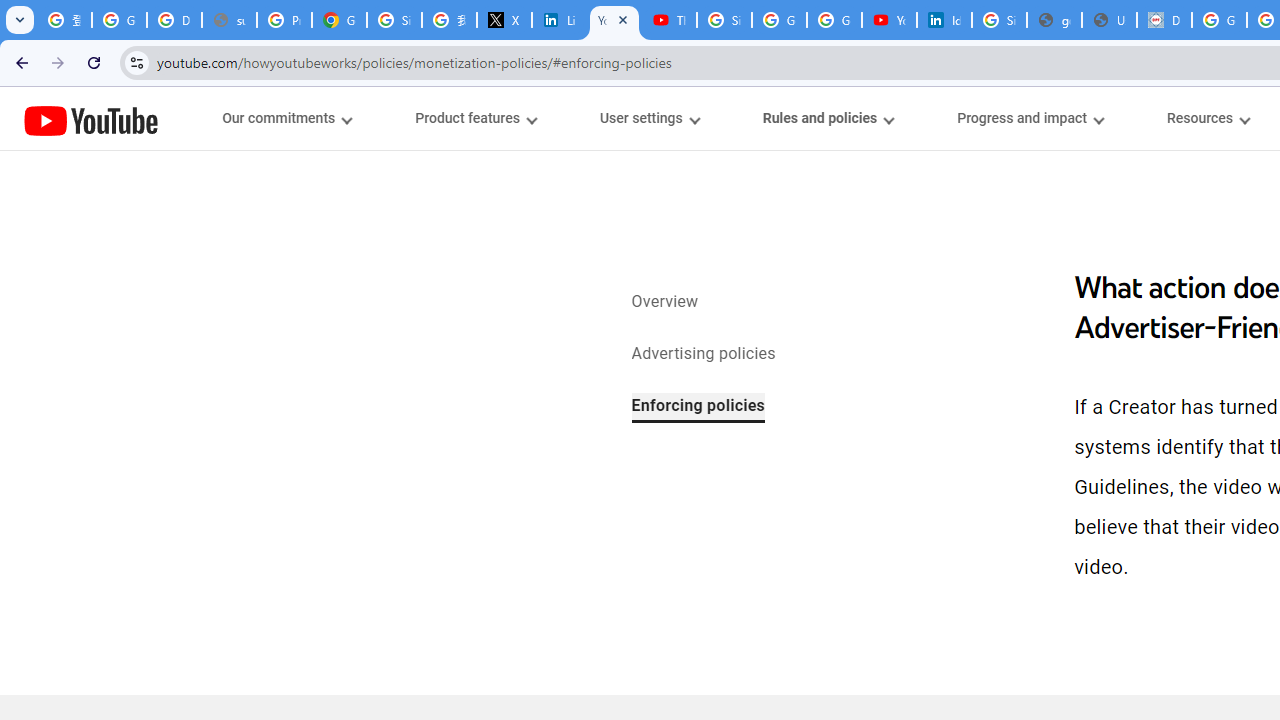  I want to click on 'Progress and impact menupopup', so click(1030, 118).